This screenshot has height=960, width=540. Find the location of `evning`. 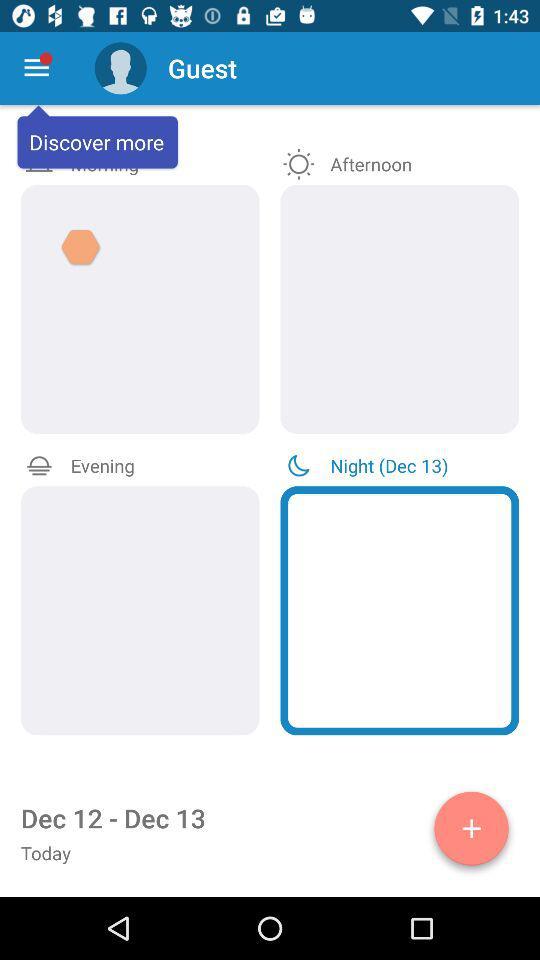

evning is located at coordinates (139, 609).